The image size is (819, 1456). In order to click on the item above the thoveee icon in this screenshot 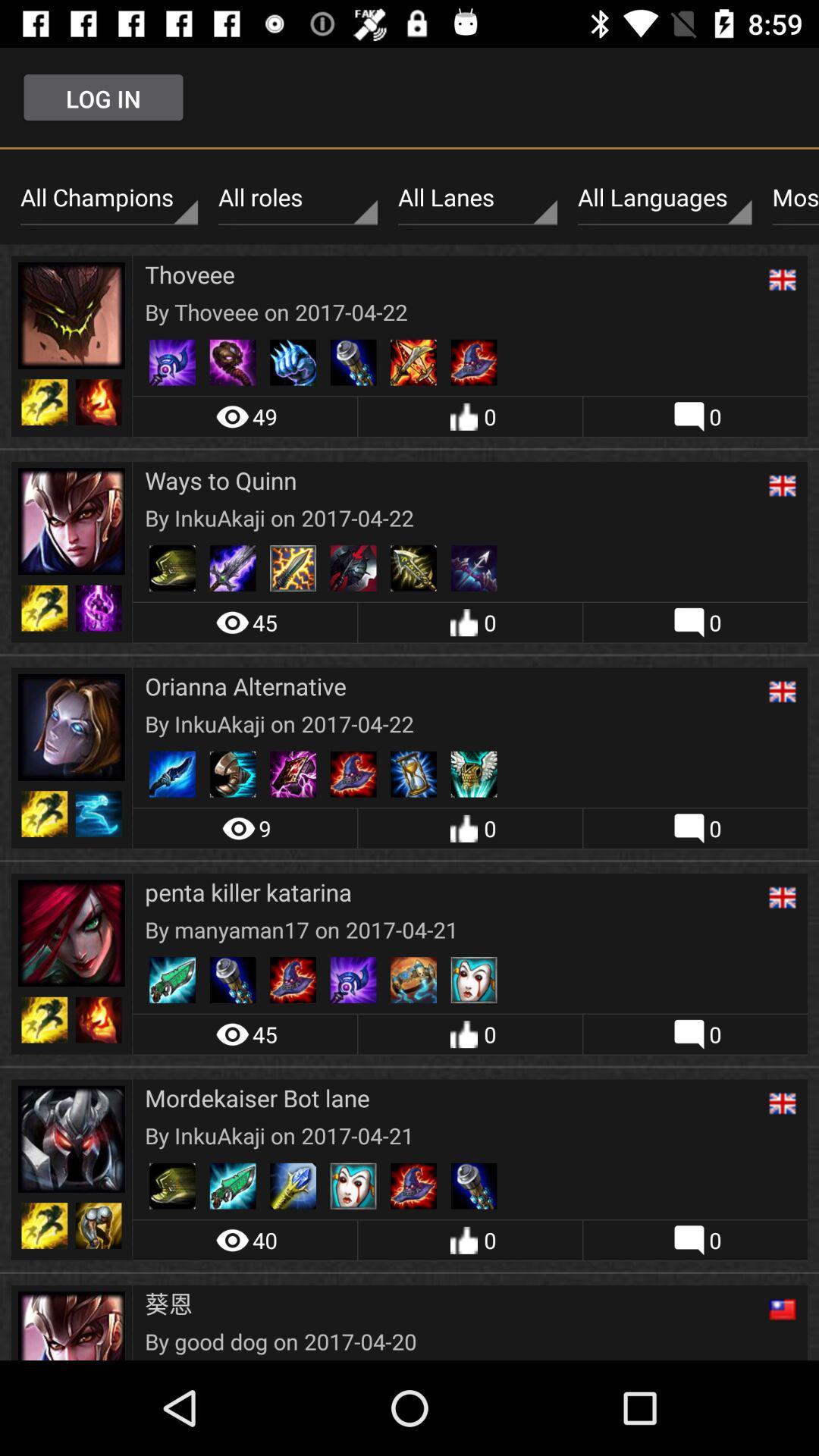, I will do `click(476, 197)`.